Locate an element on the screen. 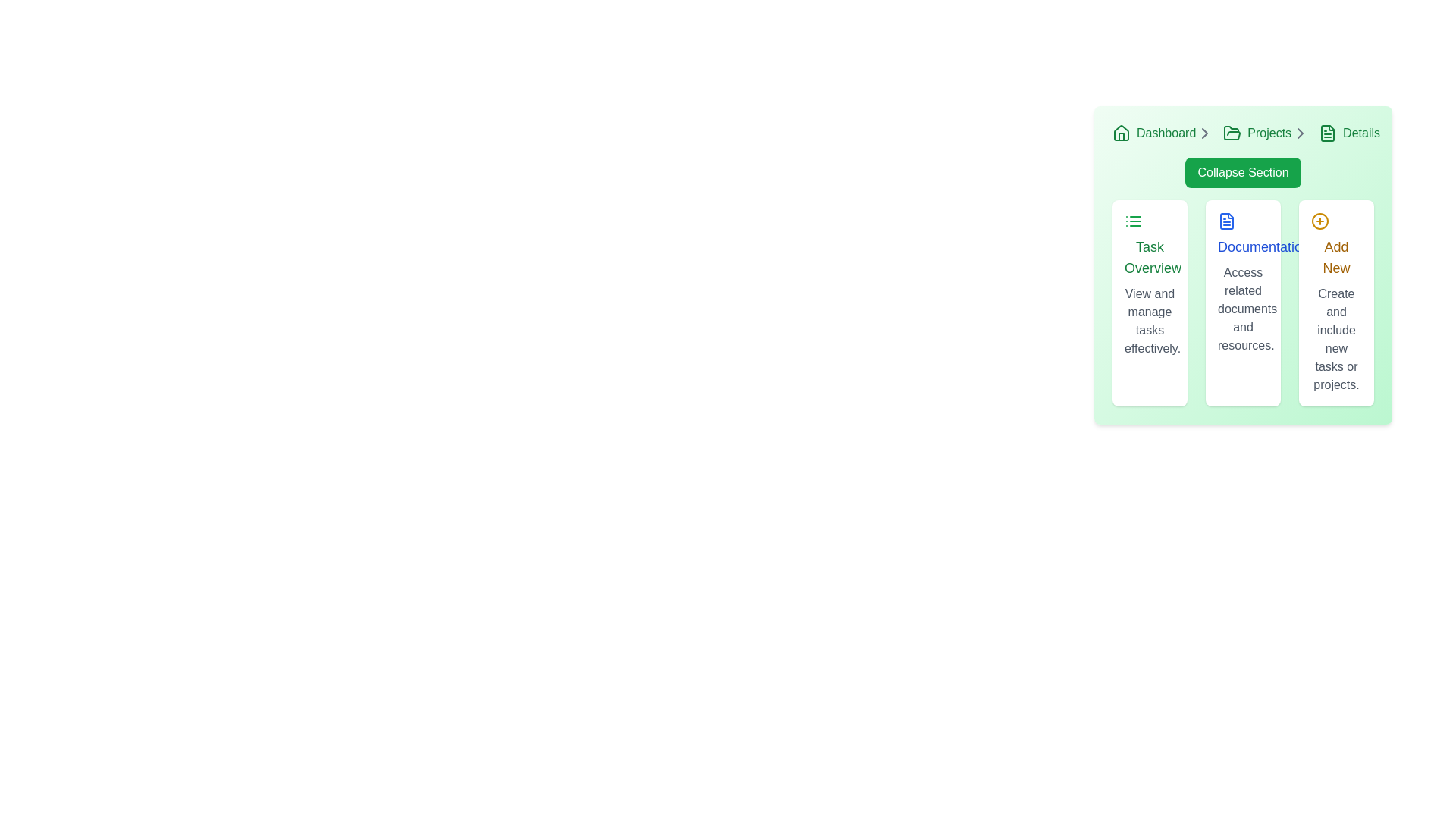 Image resolution: width=1456 pixels, height=819 pixels. the visually emphasized green button labeled 'Collapse Section' is located at coordinates (1243, 171).